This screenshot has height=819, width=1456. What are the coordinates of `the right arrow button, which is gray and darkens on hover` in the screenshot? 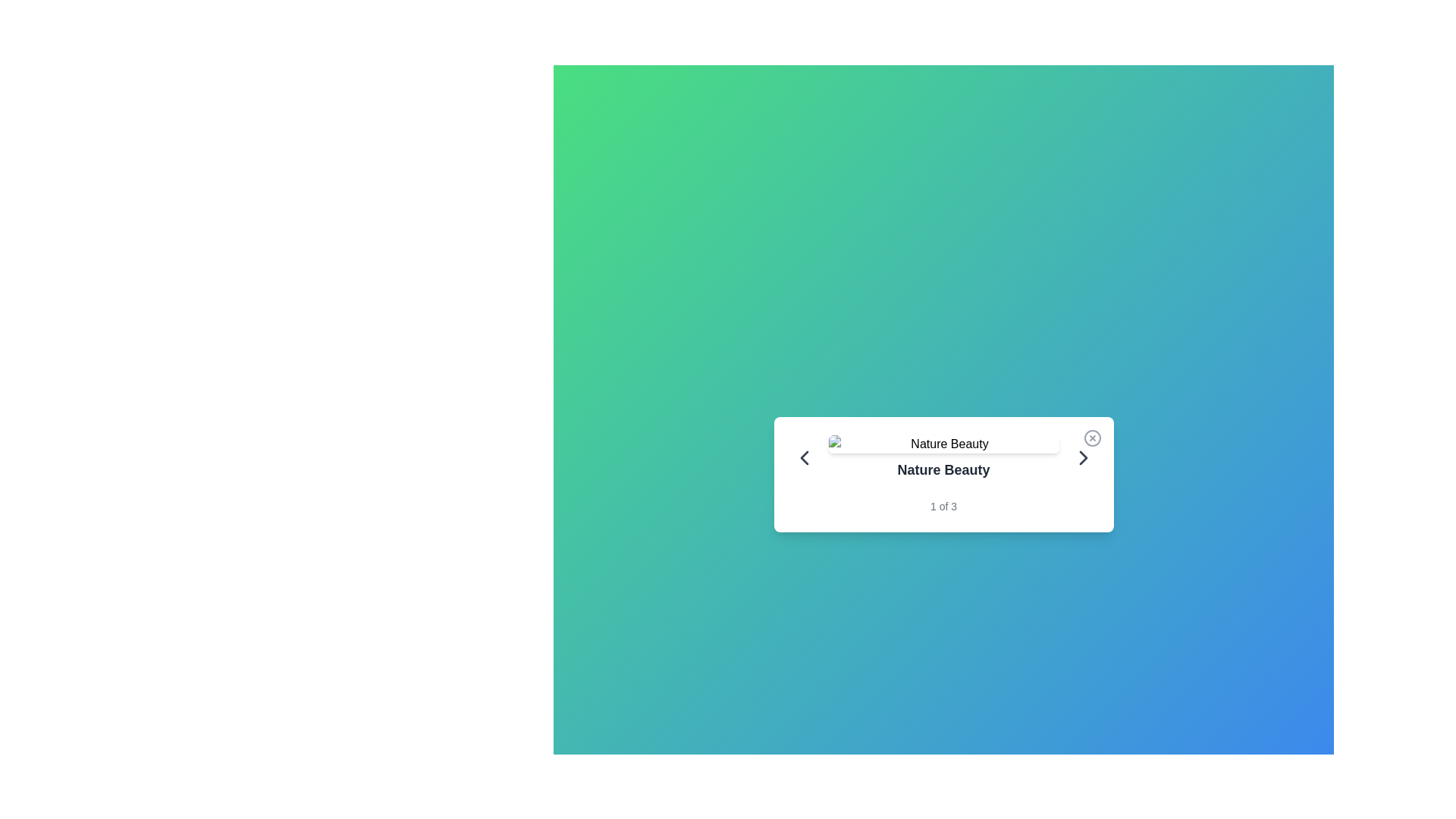 It's located at (1082, 457).